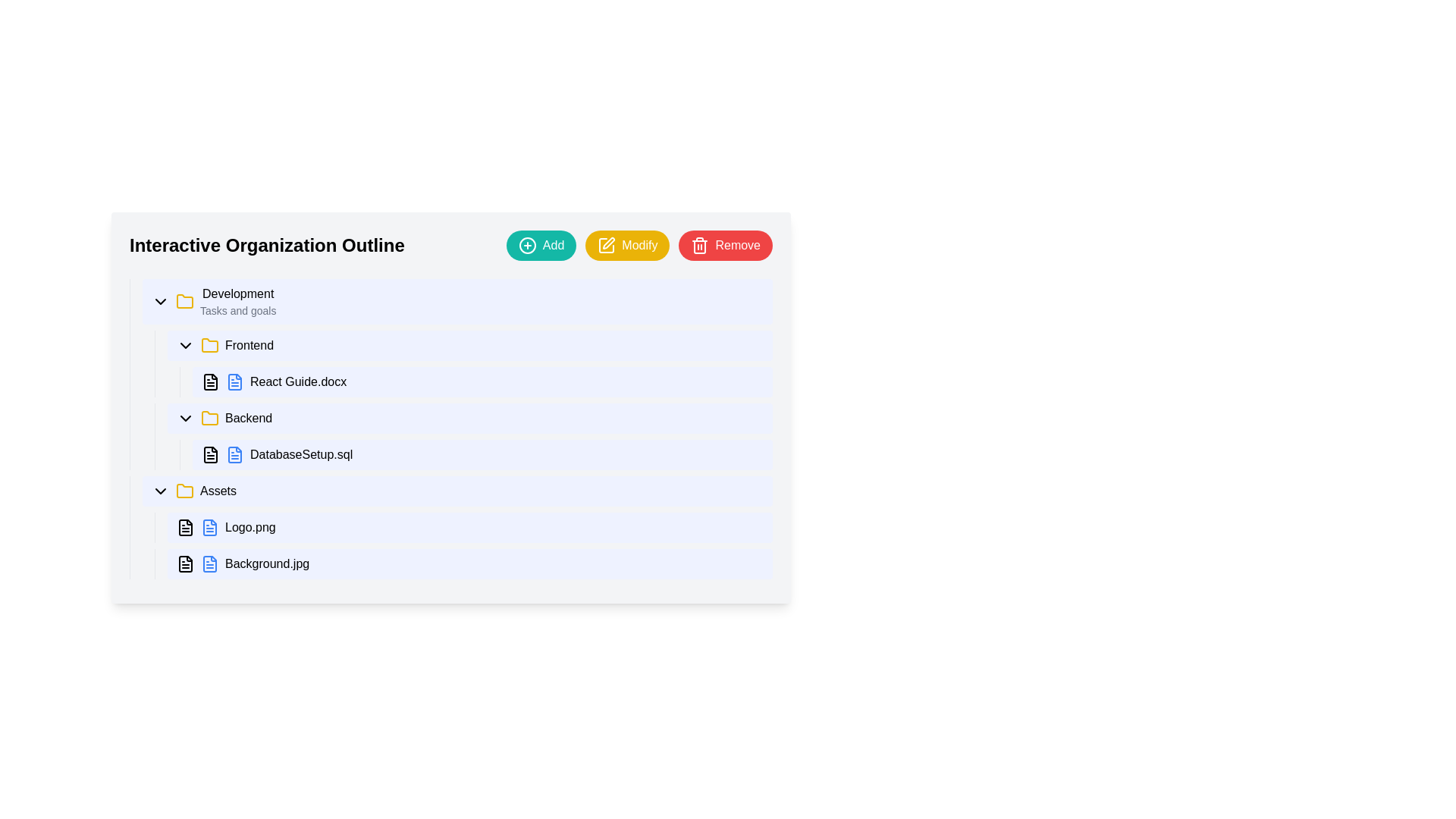  I want to click on the list item representing the file 'React Guide.docx' located under the 'Frontend' section, so click(475, 381).